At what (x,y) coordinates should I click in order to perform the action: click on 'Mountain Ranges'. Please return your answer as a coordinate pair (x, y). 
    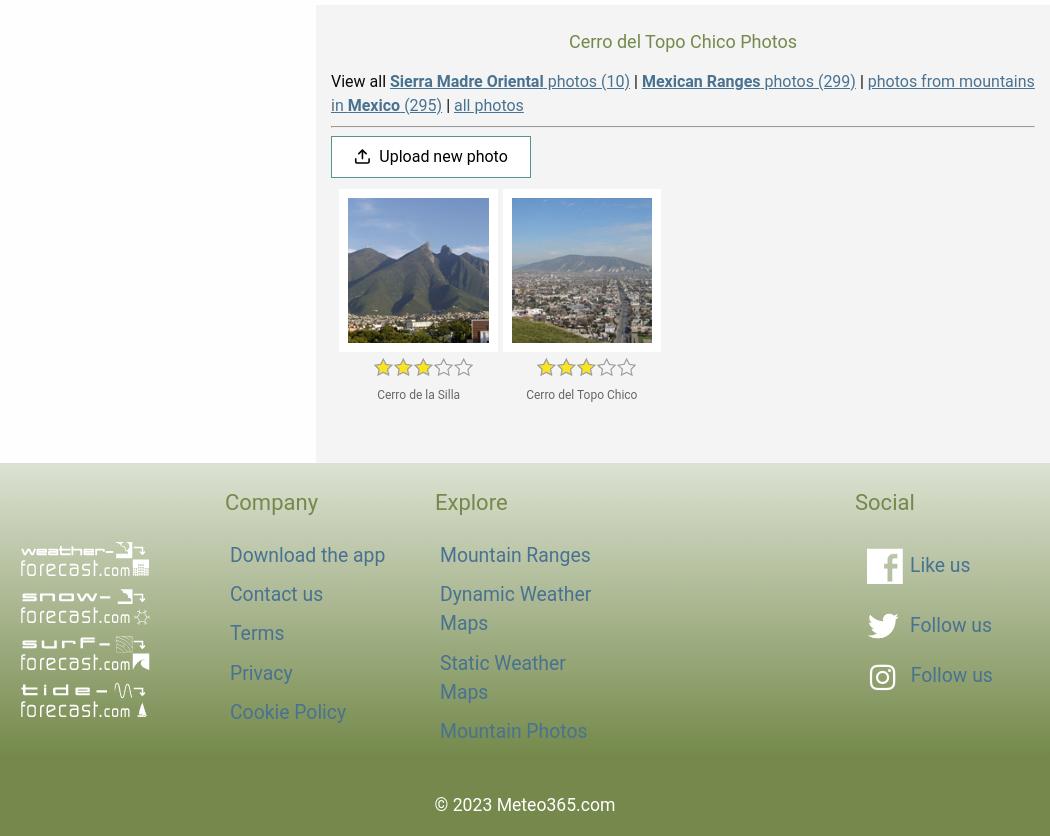
    Looking at the image, I should click on (514, 554).